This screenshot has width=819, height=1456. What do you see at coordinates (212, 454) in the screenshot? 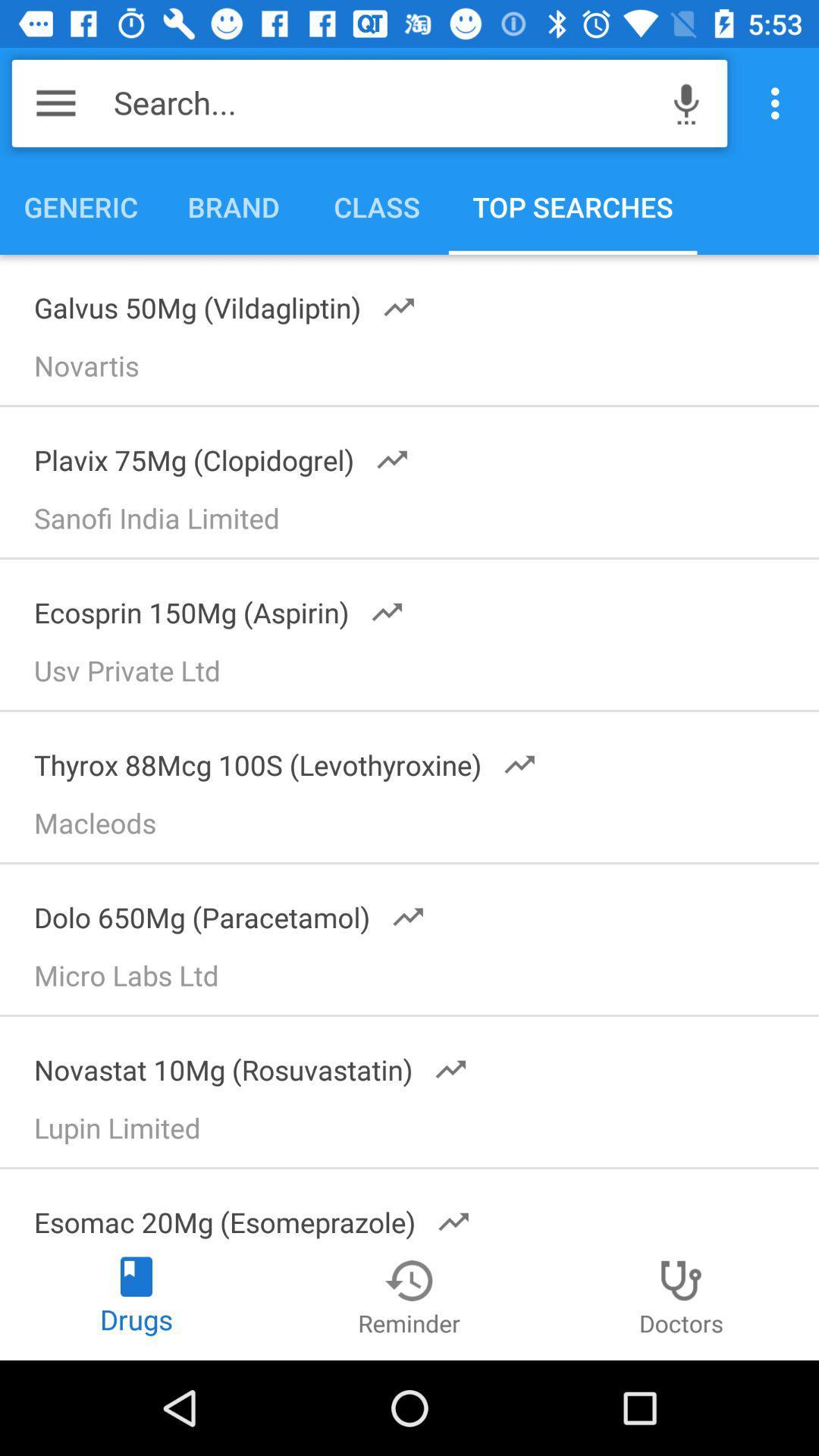
I see `the plavix 75mg (clopidogrel) icon` at bounding box center [212, 454].